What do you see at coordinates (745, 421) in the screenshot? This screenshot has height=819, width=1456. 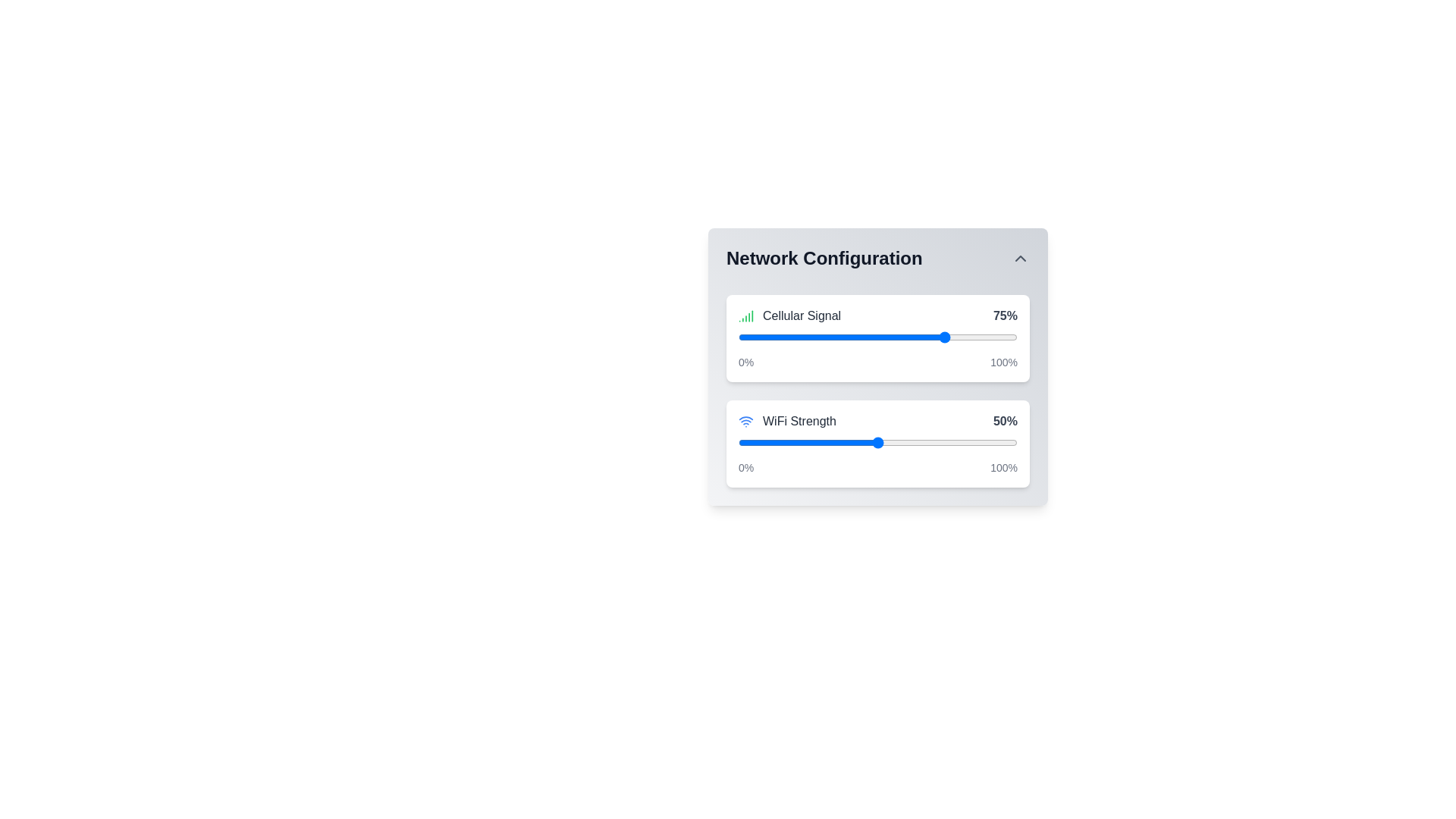 I see `the WiFi Strength icon, which is located to the left of the 'WiFi Strength' label in the network configuration section` at bounding box center [745, 421].